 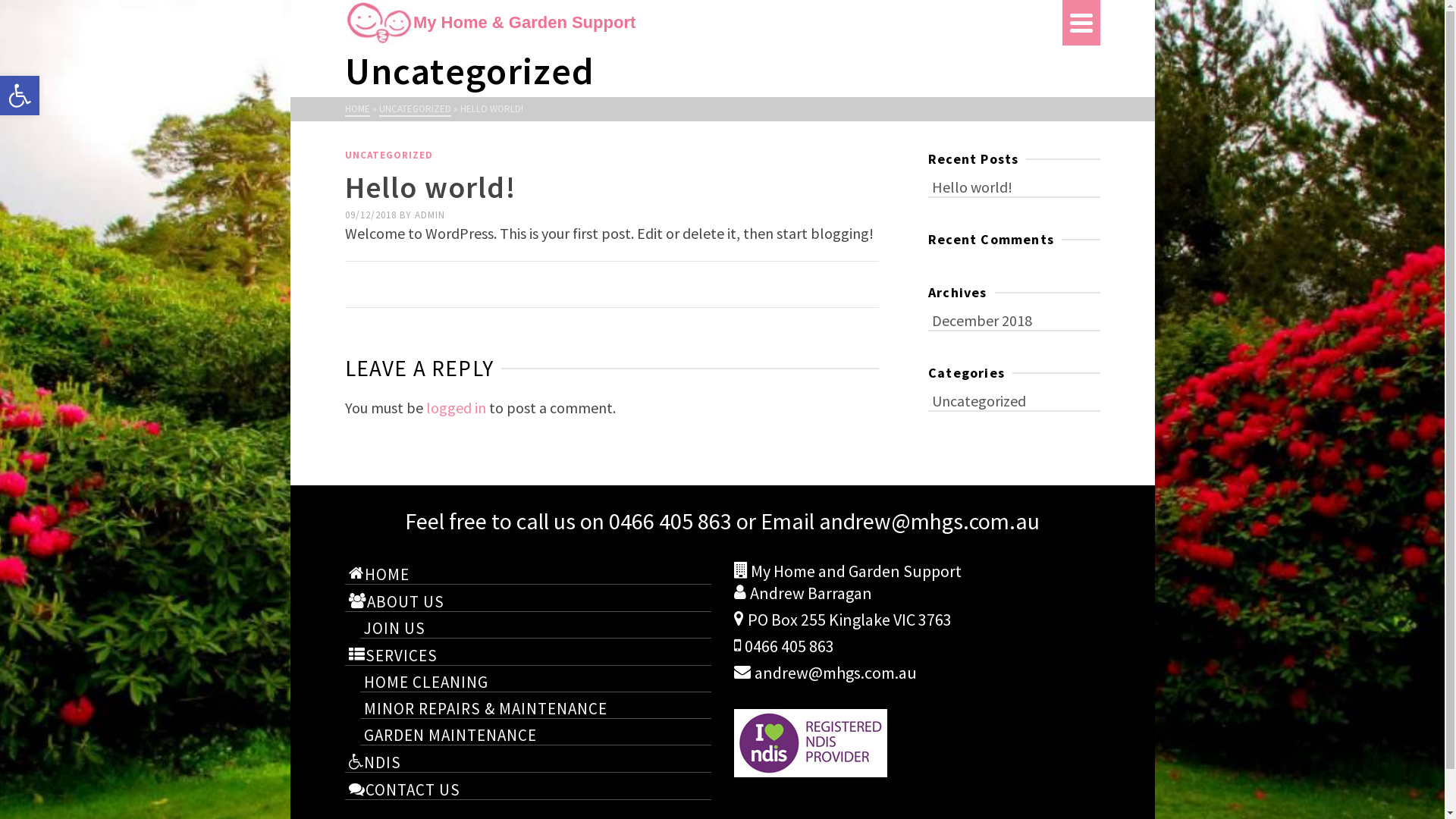 I want to click on 'HOME CLEANING', so click(x=535, y=680).